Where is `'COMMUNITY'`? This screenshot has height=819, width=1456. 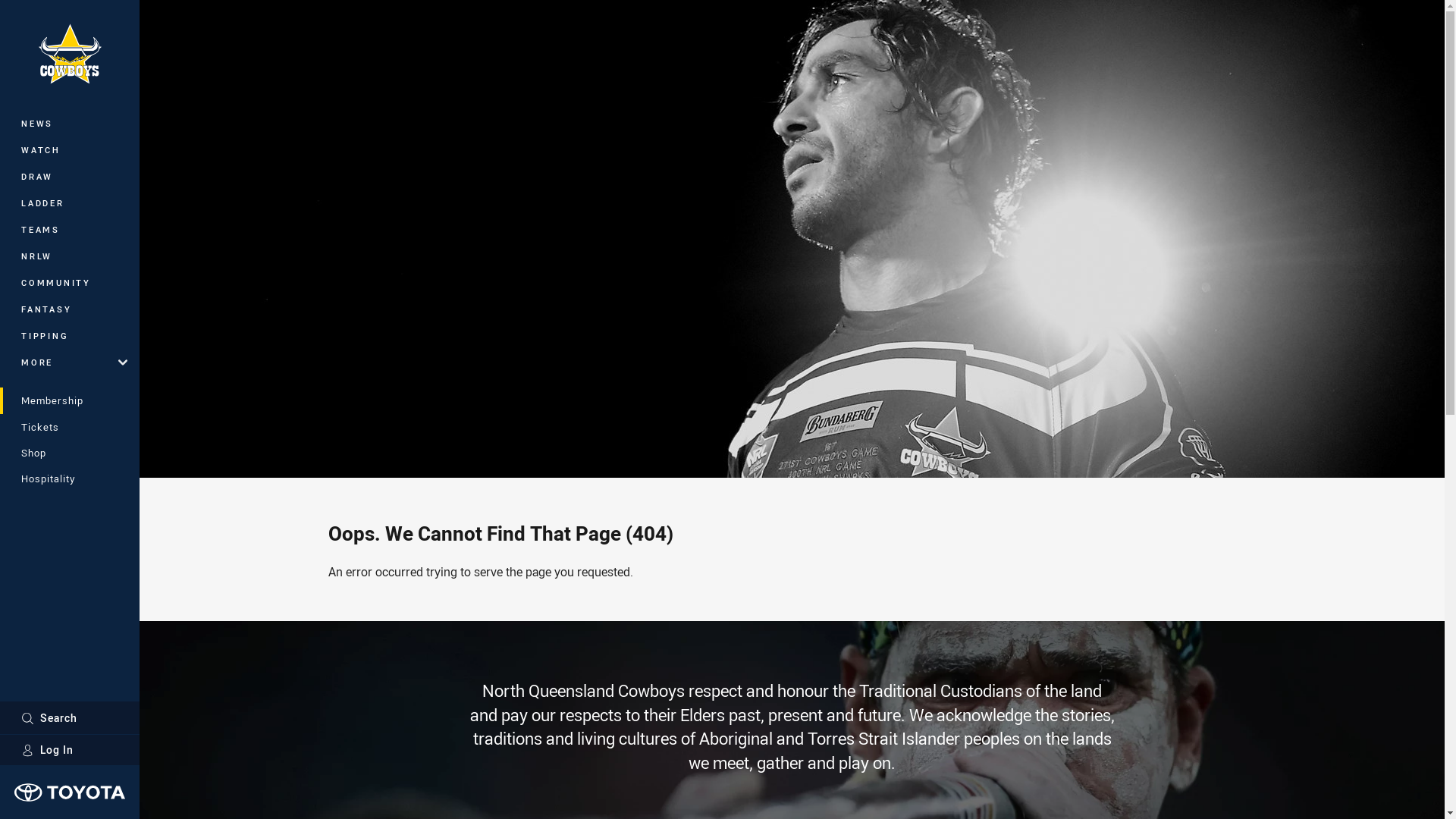
'COMMUNITY' is located at coordinates (68, 282).